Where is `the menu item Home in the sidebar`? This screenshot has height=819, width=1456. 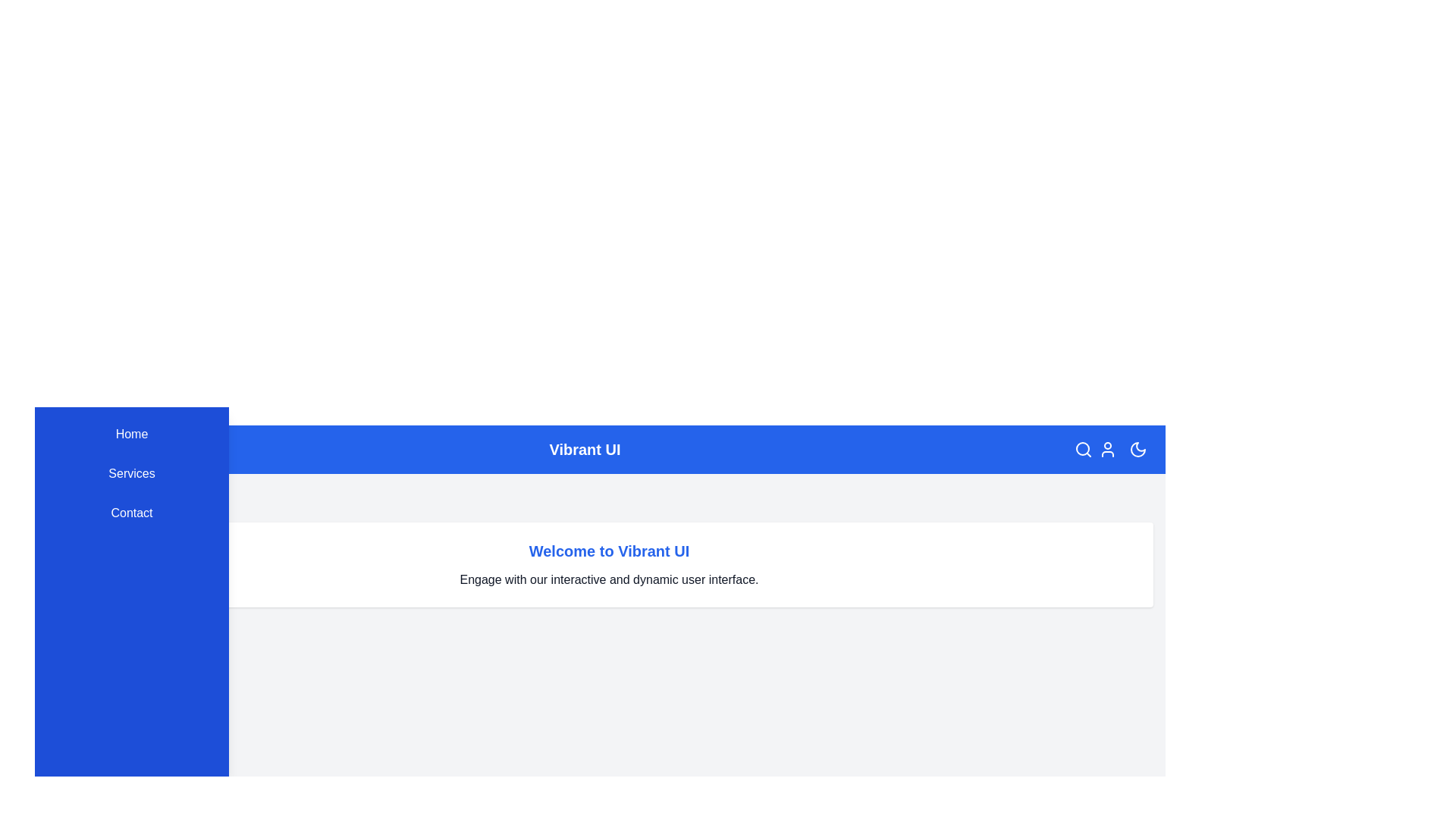 the menu item Home in the sidebar is located at coordinates (131, 435).